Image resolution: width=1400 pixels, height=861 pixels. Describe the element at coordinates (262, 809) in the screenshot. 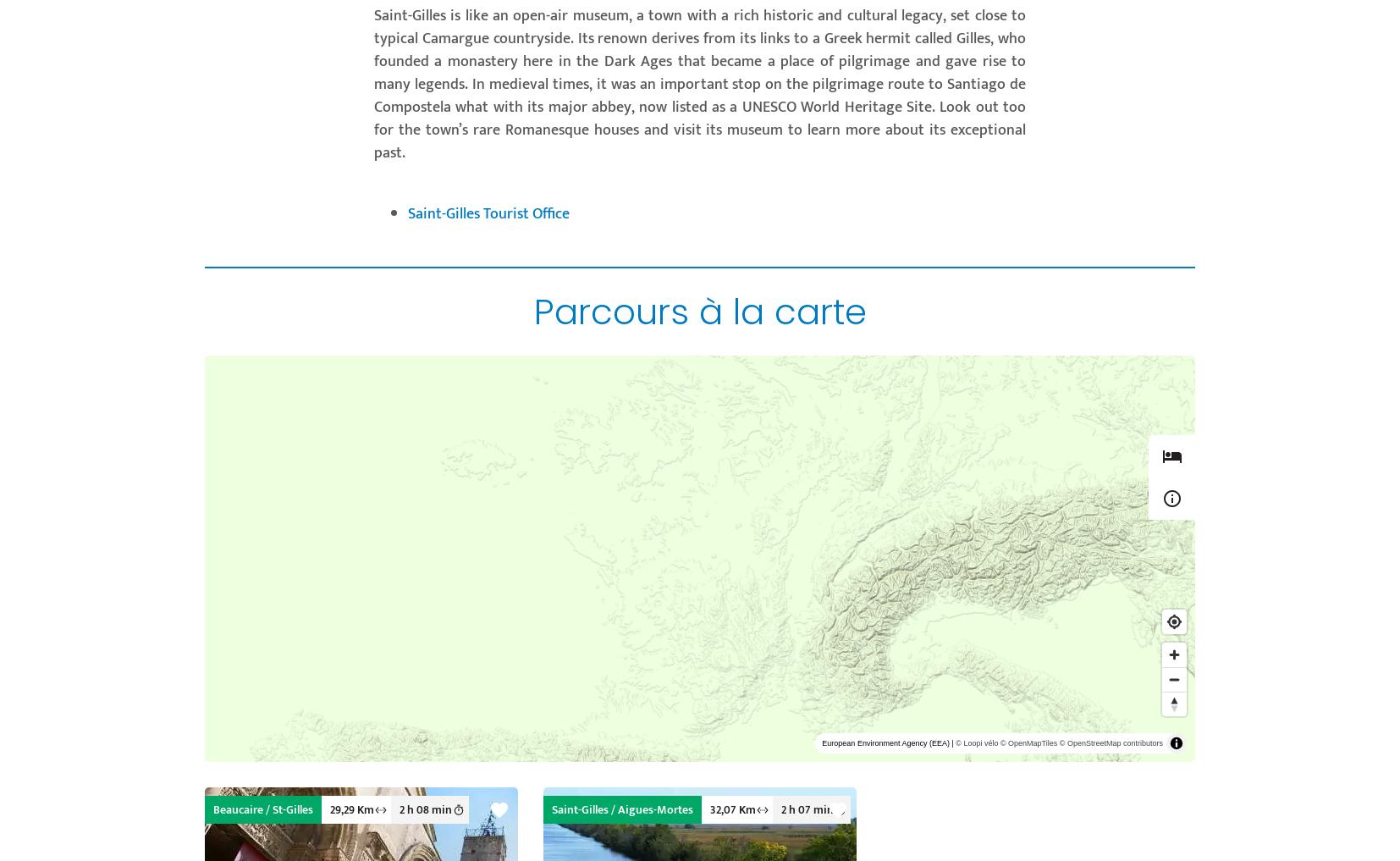

I see `'Beaucaire / St-Gilles'` at that location.